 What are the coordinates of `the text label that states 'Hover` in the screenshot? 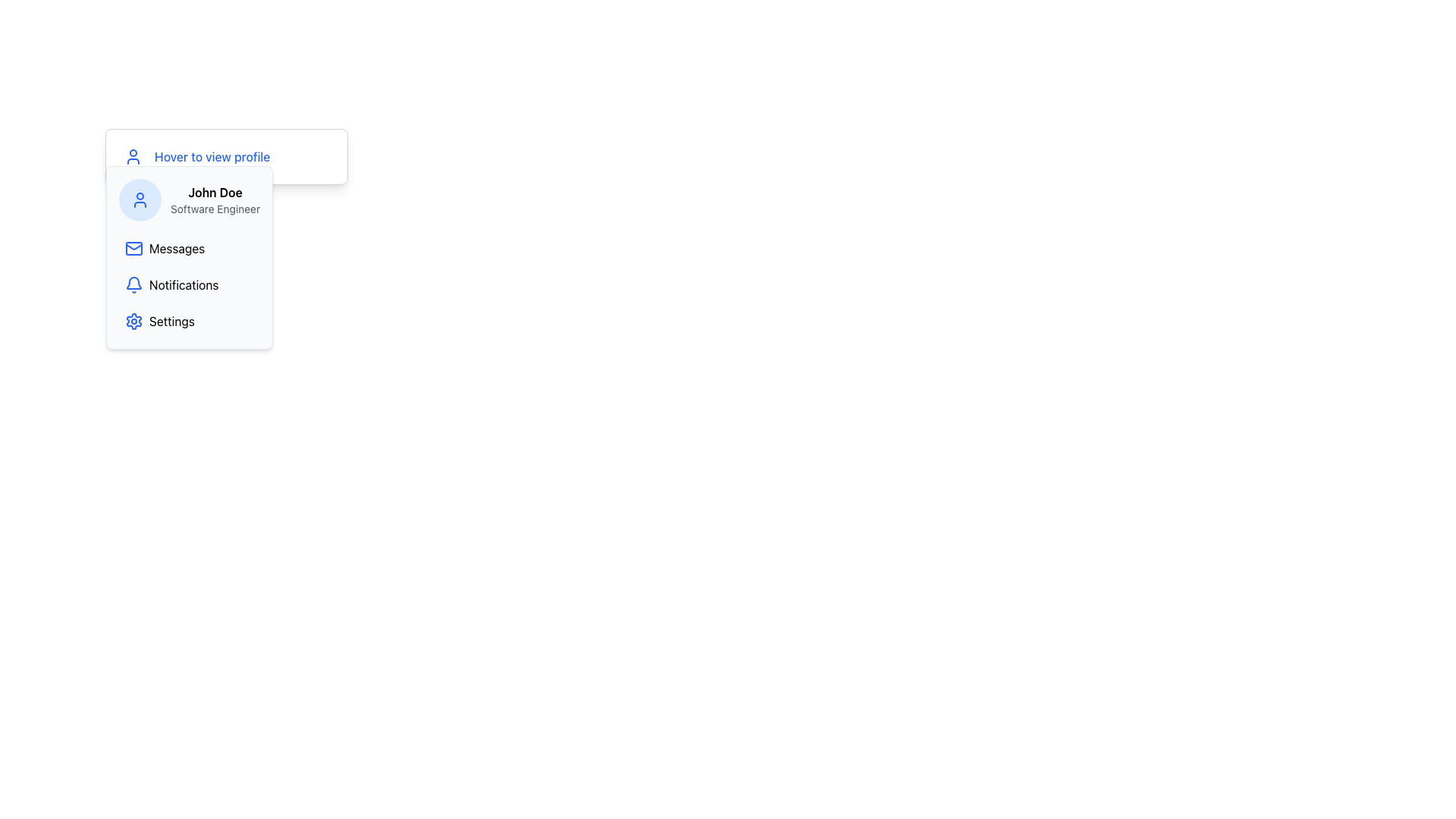 It's located at (212, 157).